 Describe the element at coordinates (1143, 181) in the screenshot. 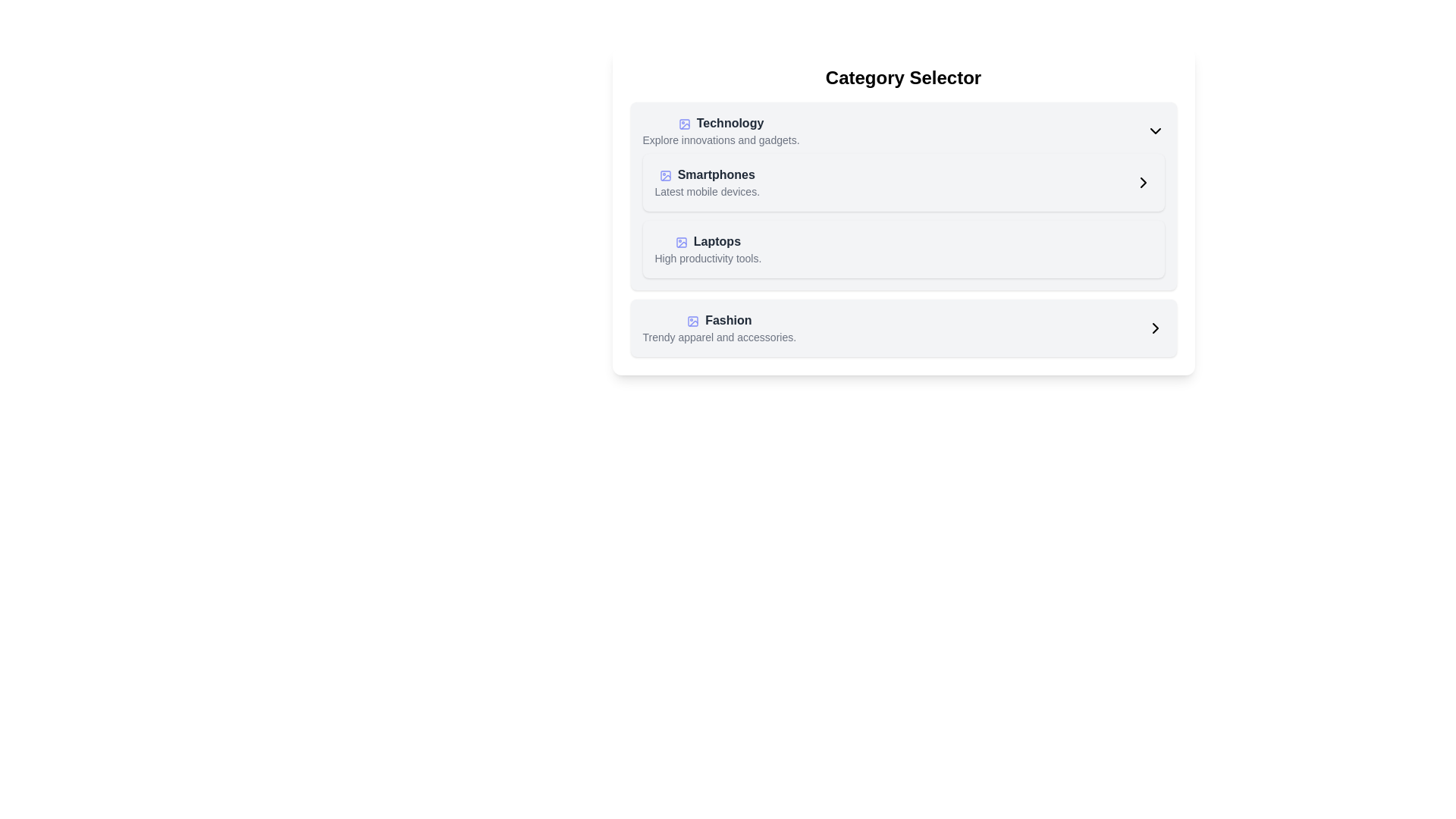

I see `the rightward-pointing arrow icon located in the top right corner of the 'Smartphones' section` at that location.